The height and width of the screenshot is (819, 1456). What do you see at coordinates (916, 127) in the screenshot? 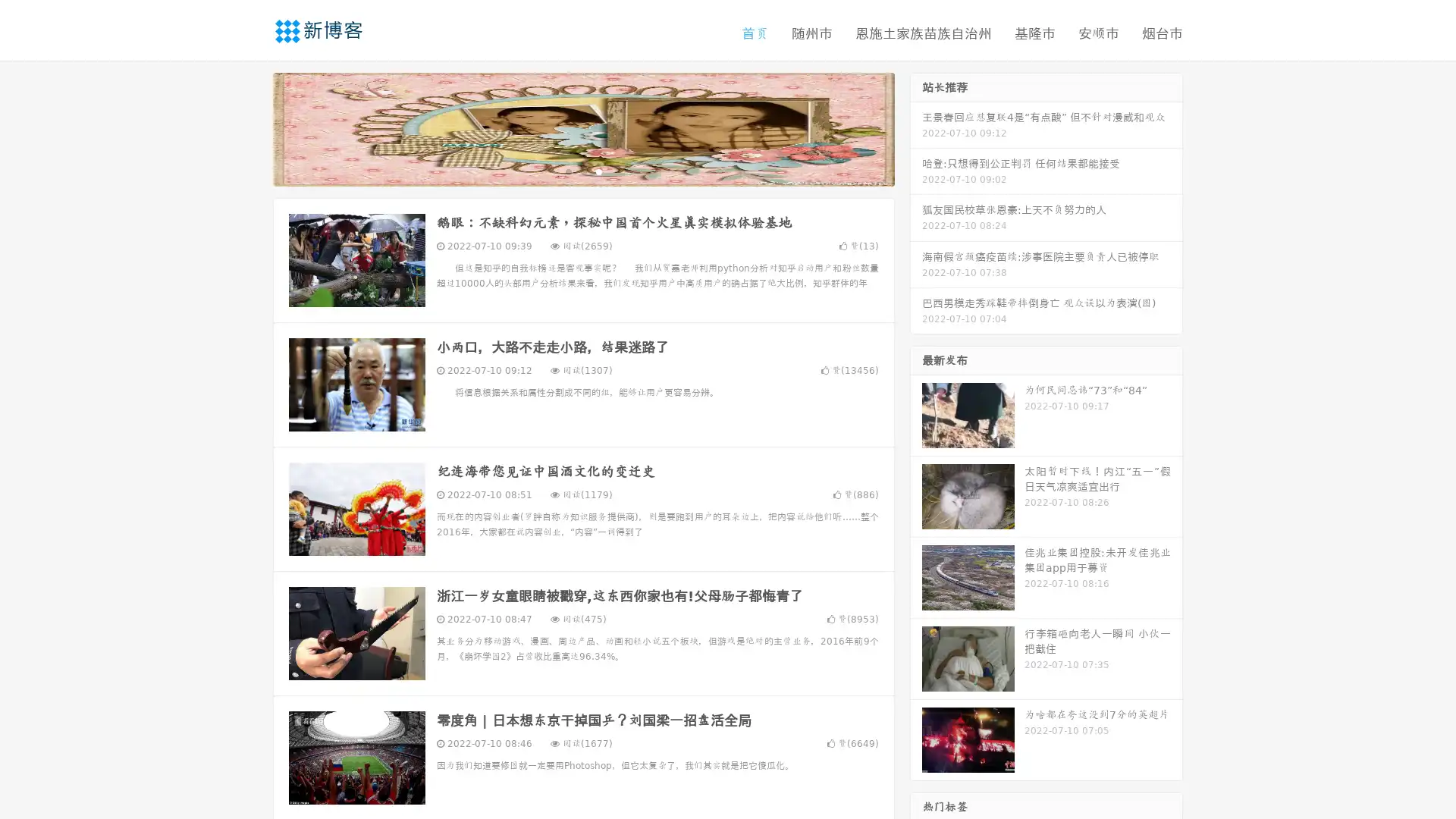
I see `Next slide` at bounding box center [916, 127].